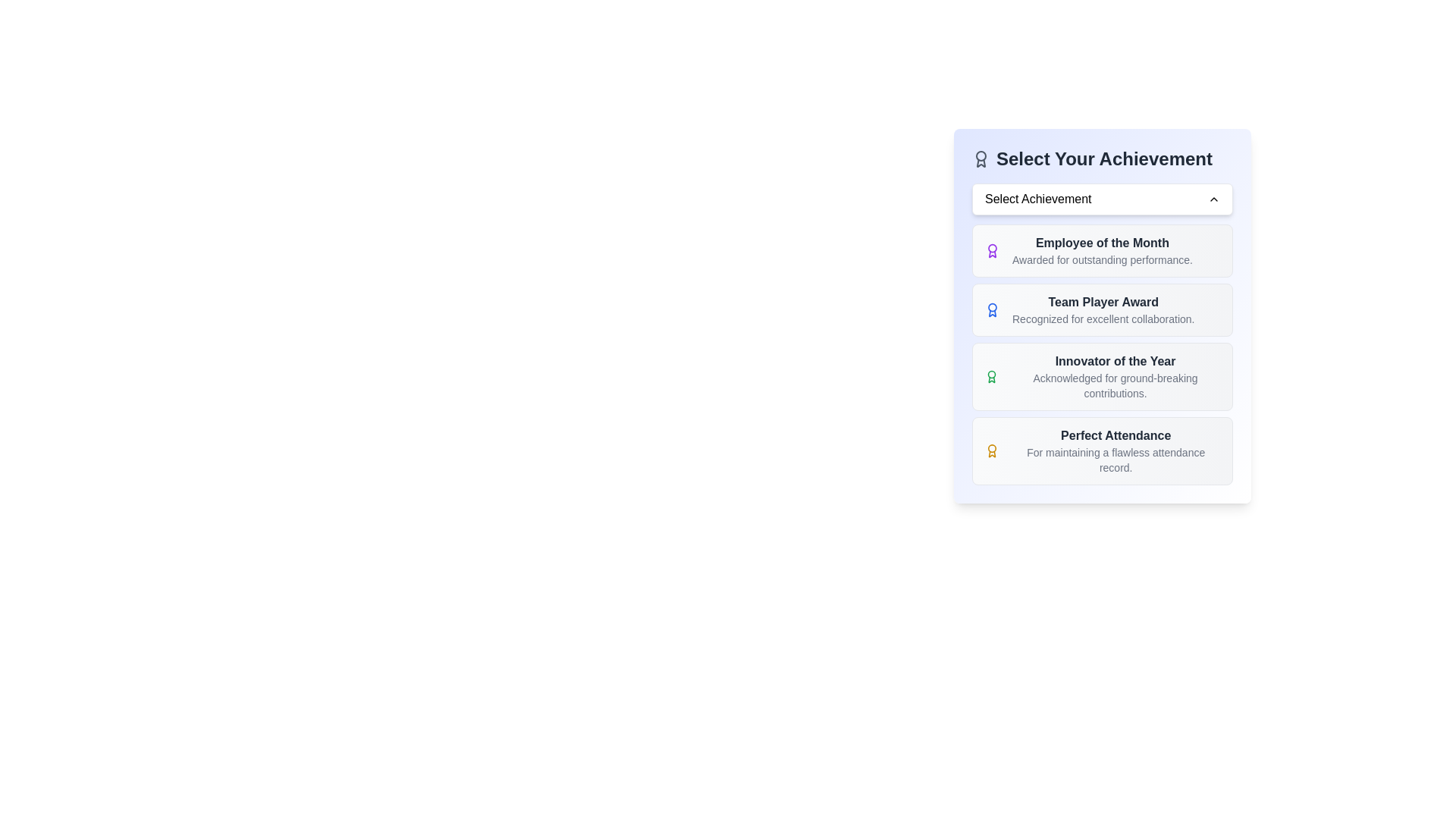 This screenshot has height=819, width=1456. I want to click on the award icon located in the header section of the achievement selection interface, so click(981, 158).